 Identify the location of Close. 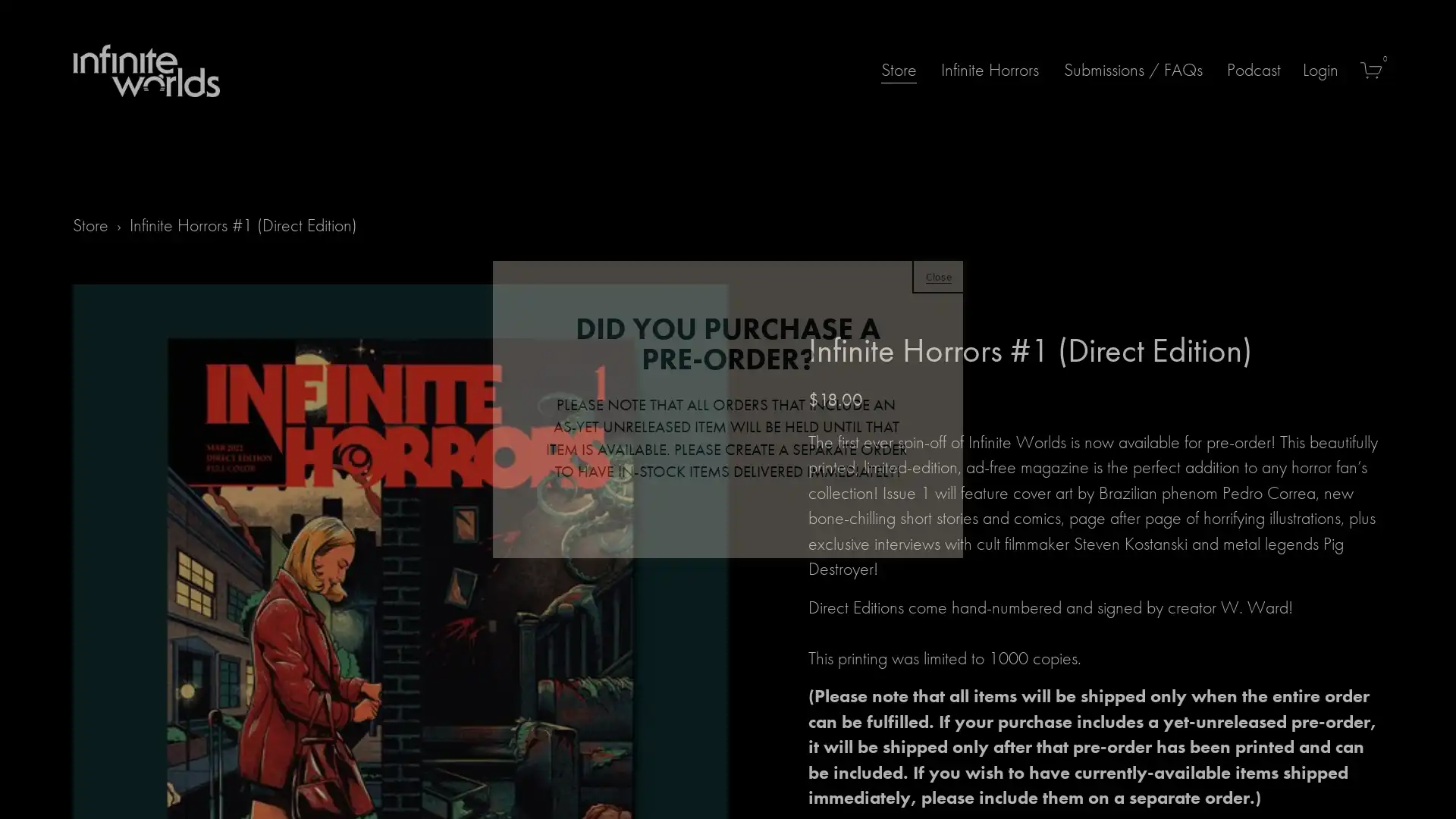
(938, 275).